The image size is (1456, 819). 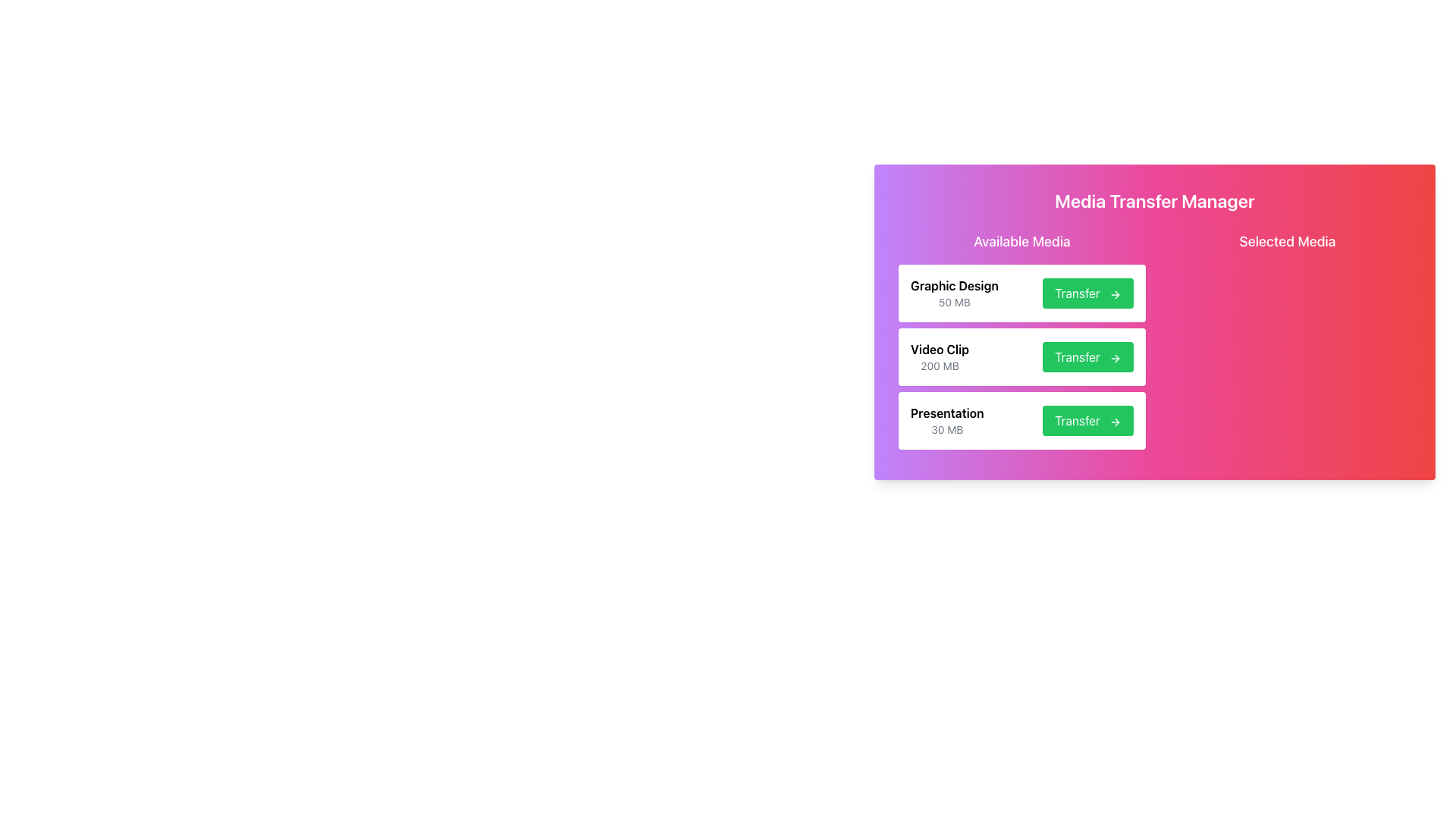 What do you see at coordinates (1117, 422) in the screenshot?
I see `the right-facing arrow icon embedded within the green 'Transfer' button` at bounding box center [1117, 422].